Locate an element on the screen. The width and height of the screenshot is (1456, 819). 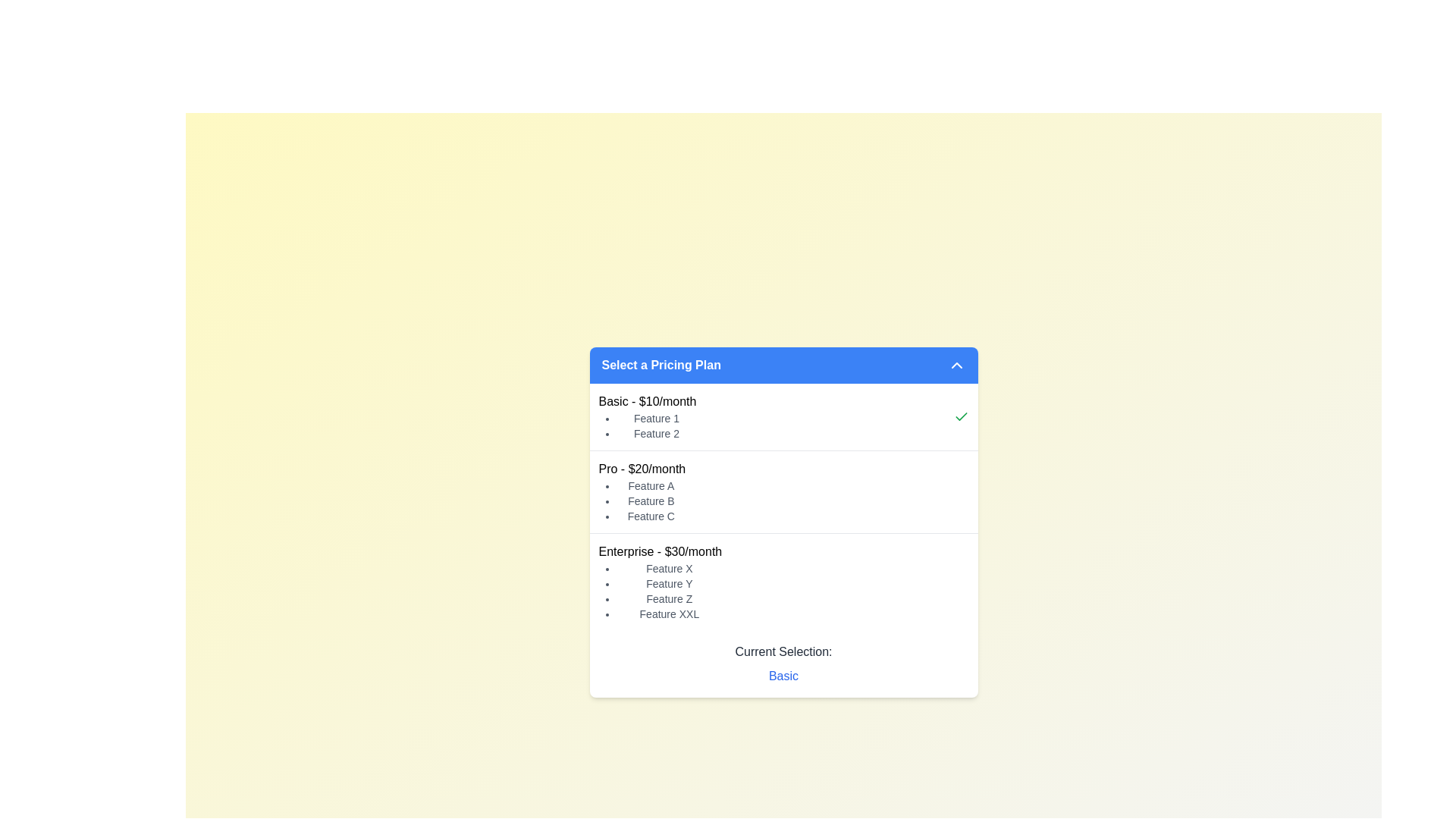
the static label reading 'Feature XXL', which is the fourth item in the bullet-point list under the 'Enterprise - $30/month' heading is located at coordinates (668, 614).